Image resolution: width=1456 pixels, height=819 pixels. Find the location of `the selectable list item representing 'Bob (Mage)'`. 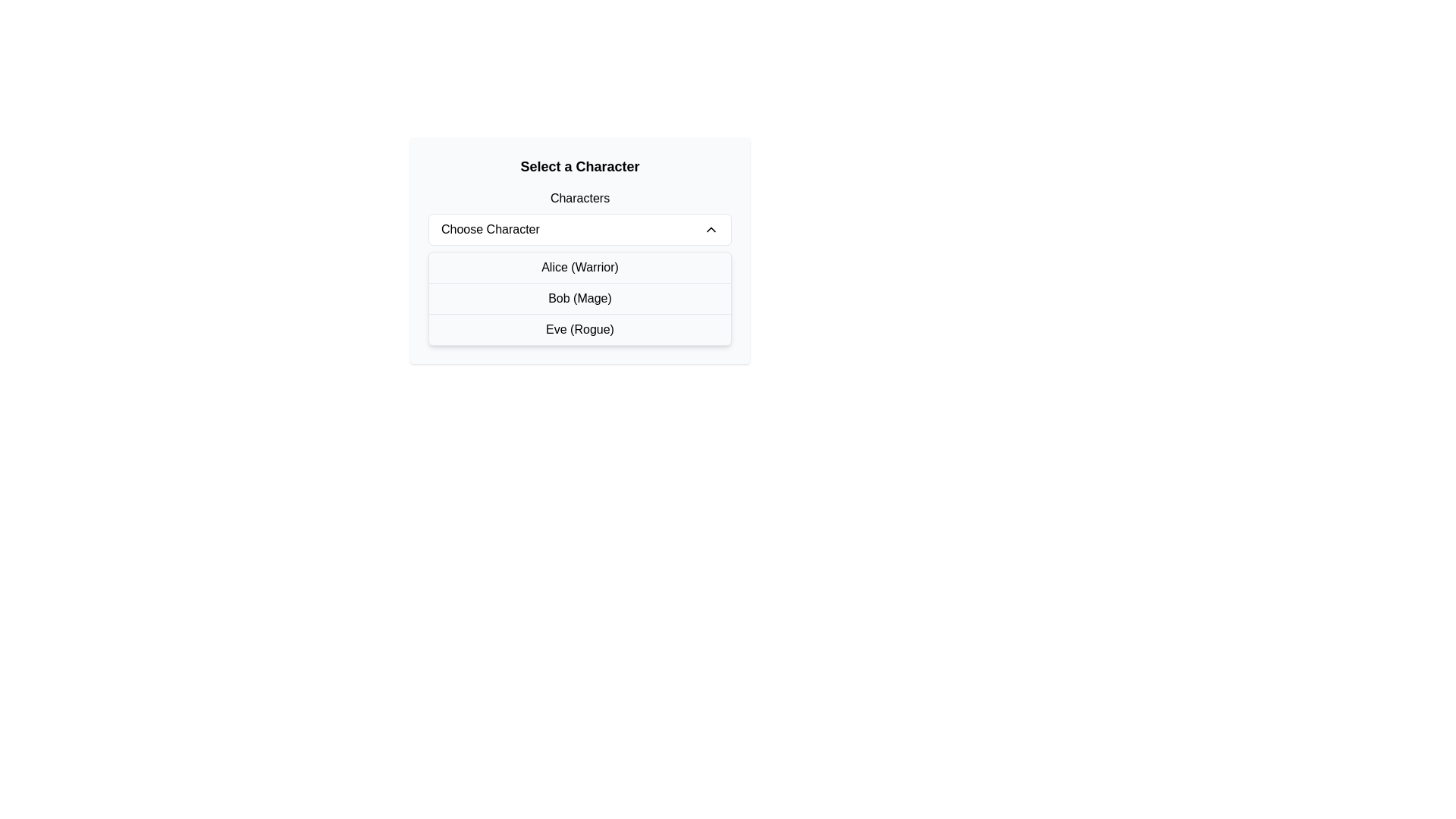

the selectable list item representing 'Bob (Mage)' is located at coordinates (579, 298).